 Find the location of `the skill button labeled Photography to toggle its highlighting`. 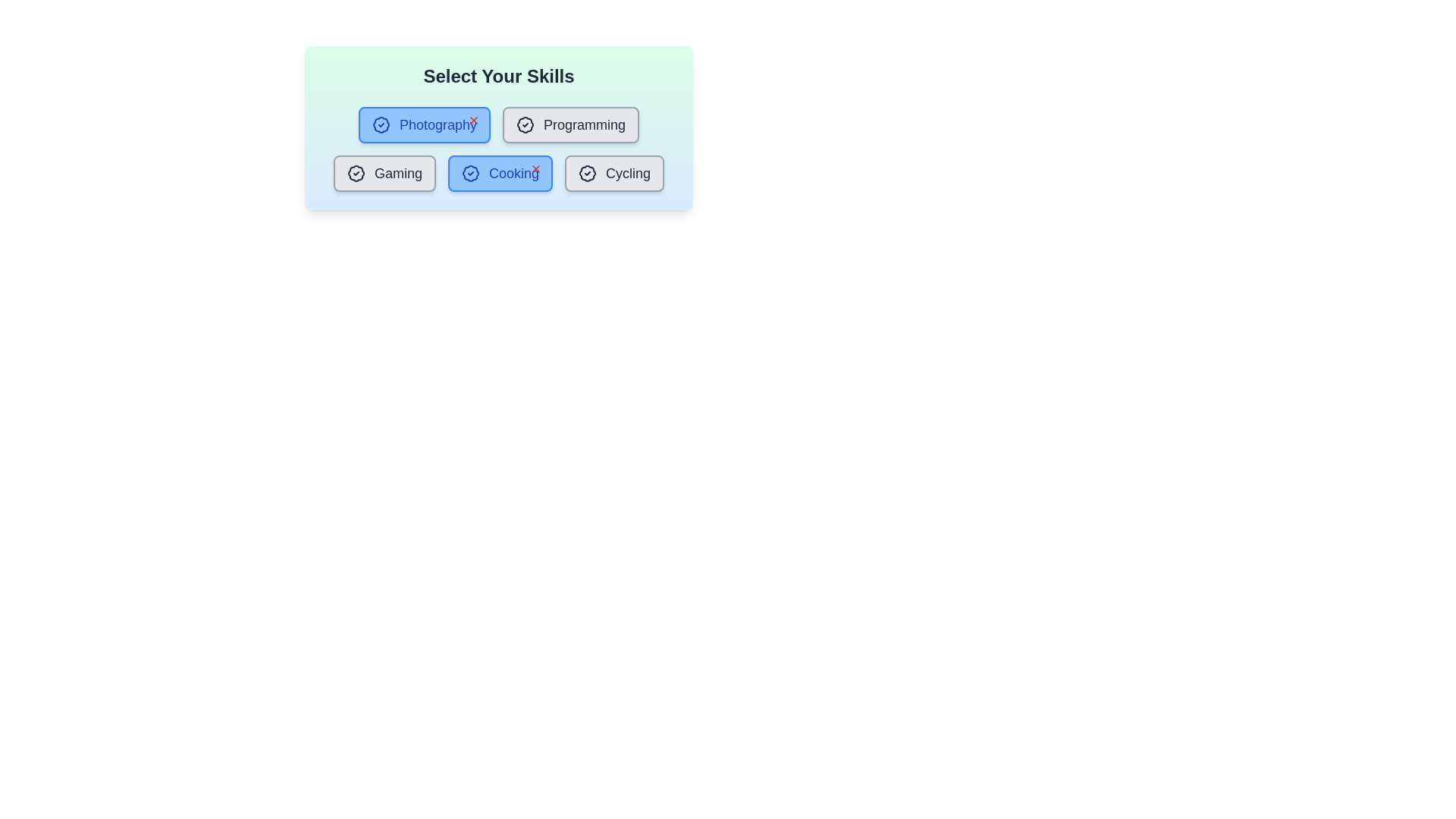

the skill button labeled Photography to toggle its highlighting is located at coordinates (425, 124).